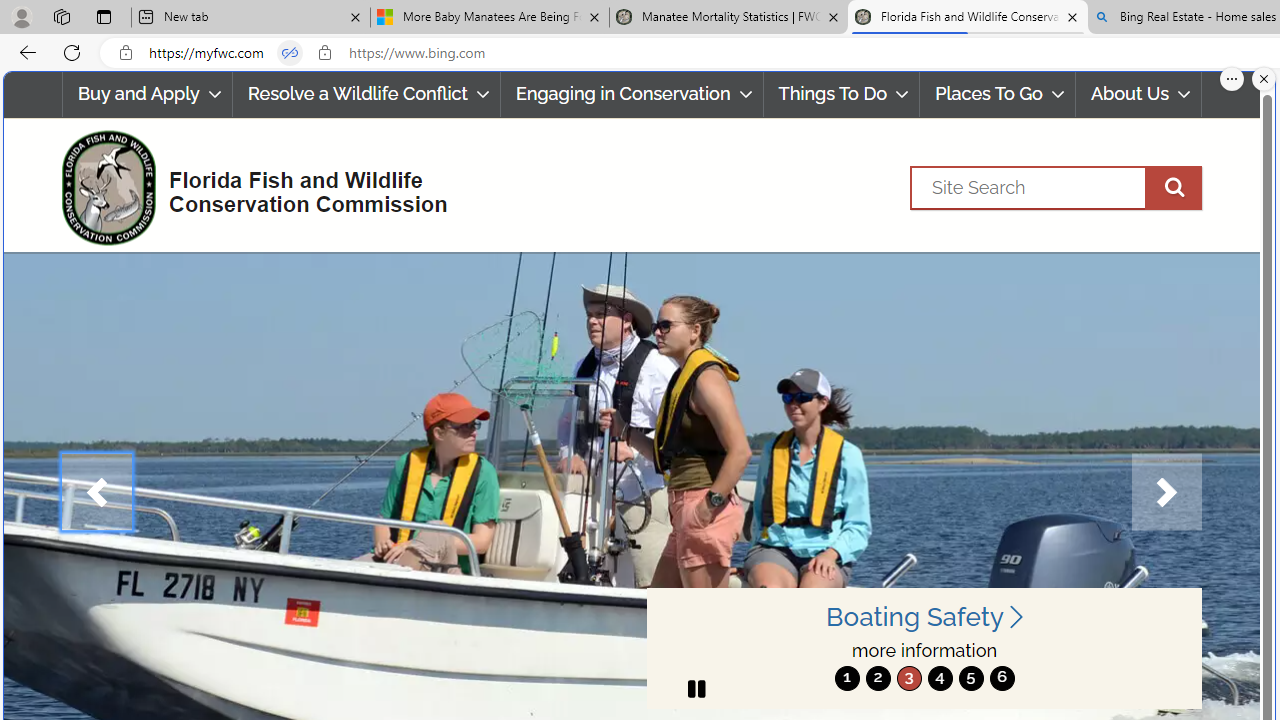 This screenshot has width=1280, height=720. I want to click on 'Personal Profile', so click(21, 16).